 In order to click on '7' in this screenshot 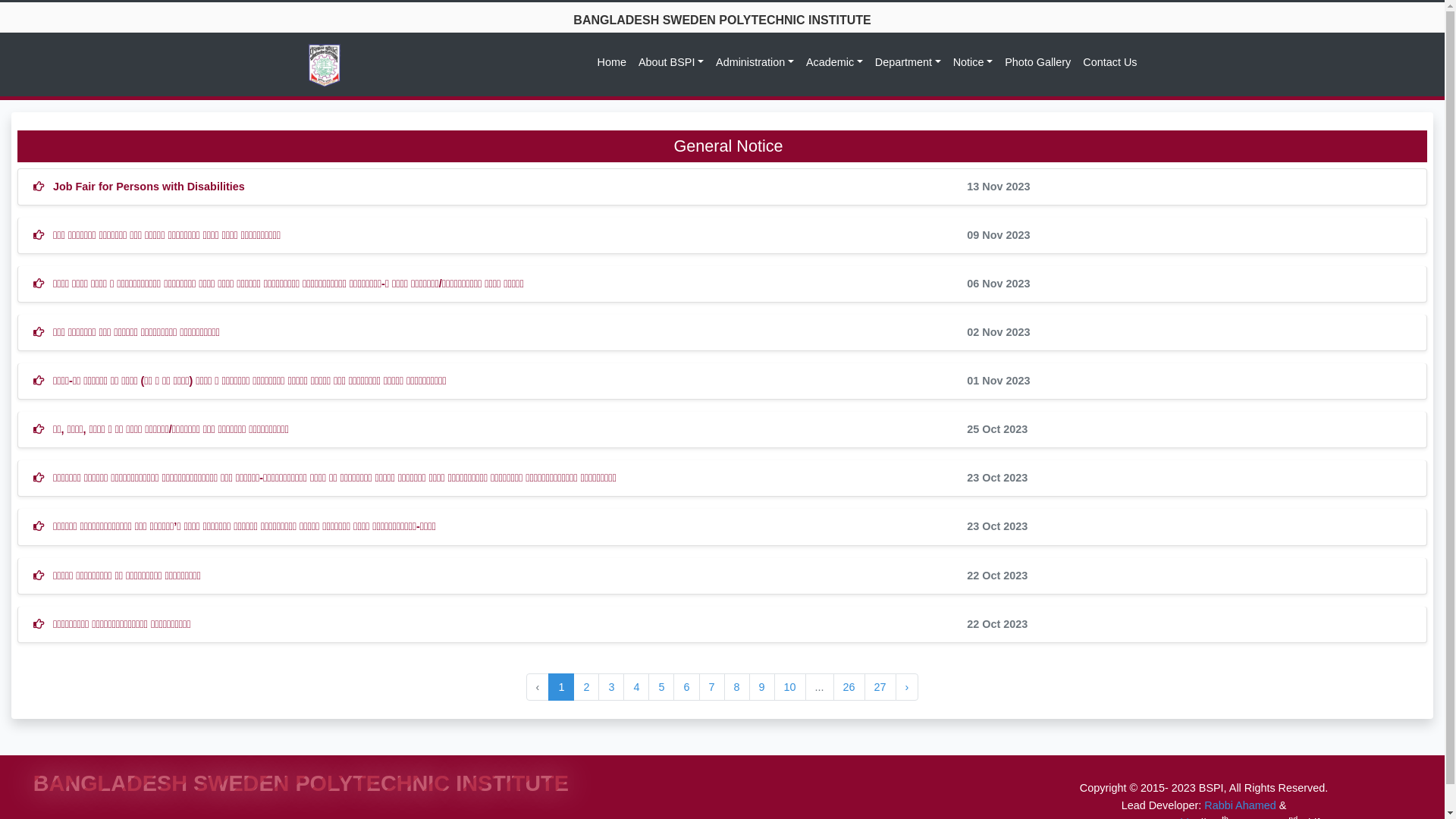, I will do `click(711, 687)`.